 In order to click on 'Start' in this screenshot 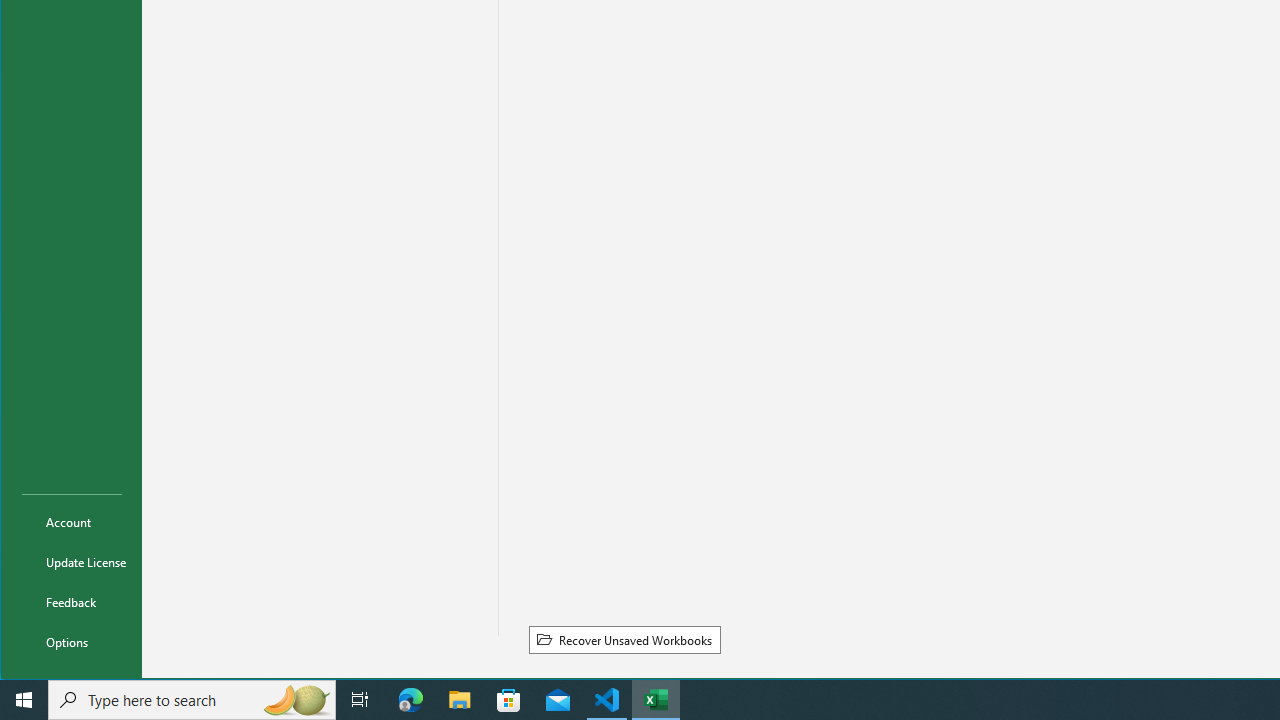, I will do `click(24, 698)`.